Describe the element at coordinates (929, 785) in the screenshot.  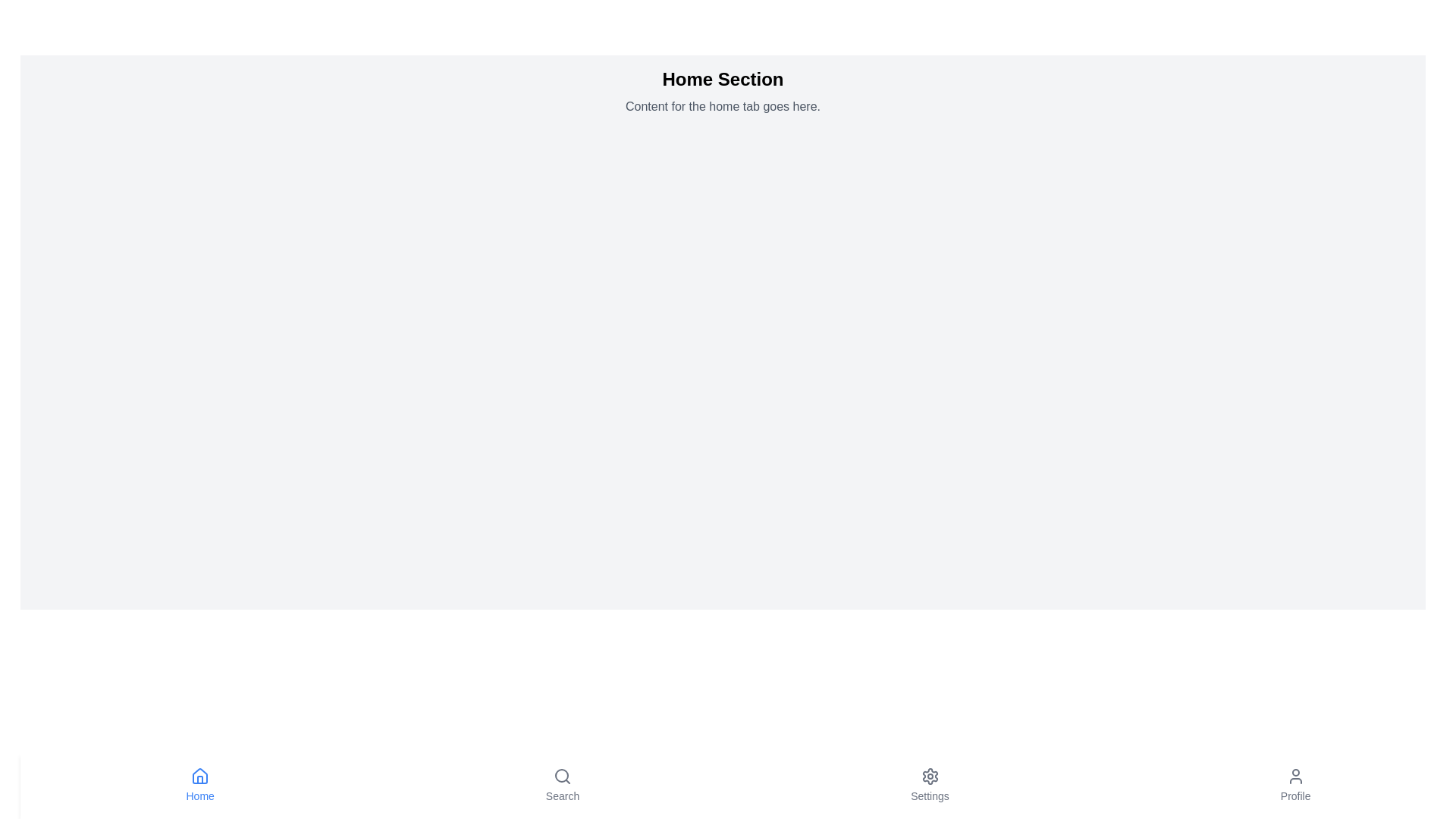
I see `the third button from the left in the bottom navigation bar` at that location.